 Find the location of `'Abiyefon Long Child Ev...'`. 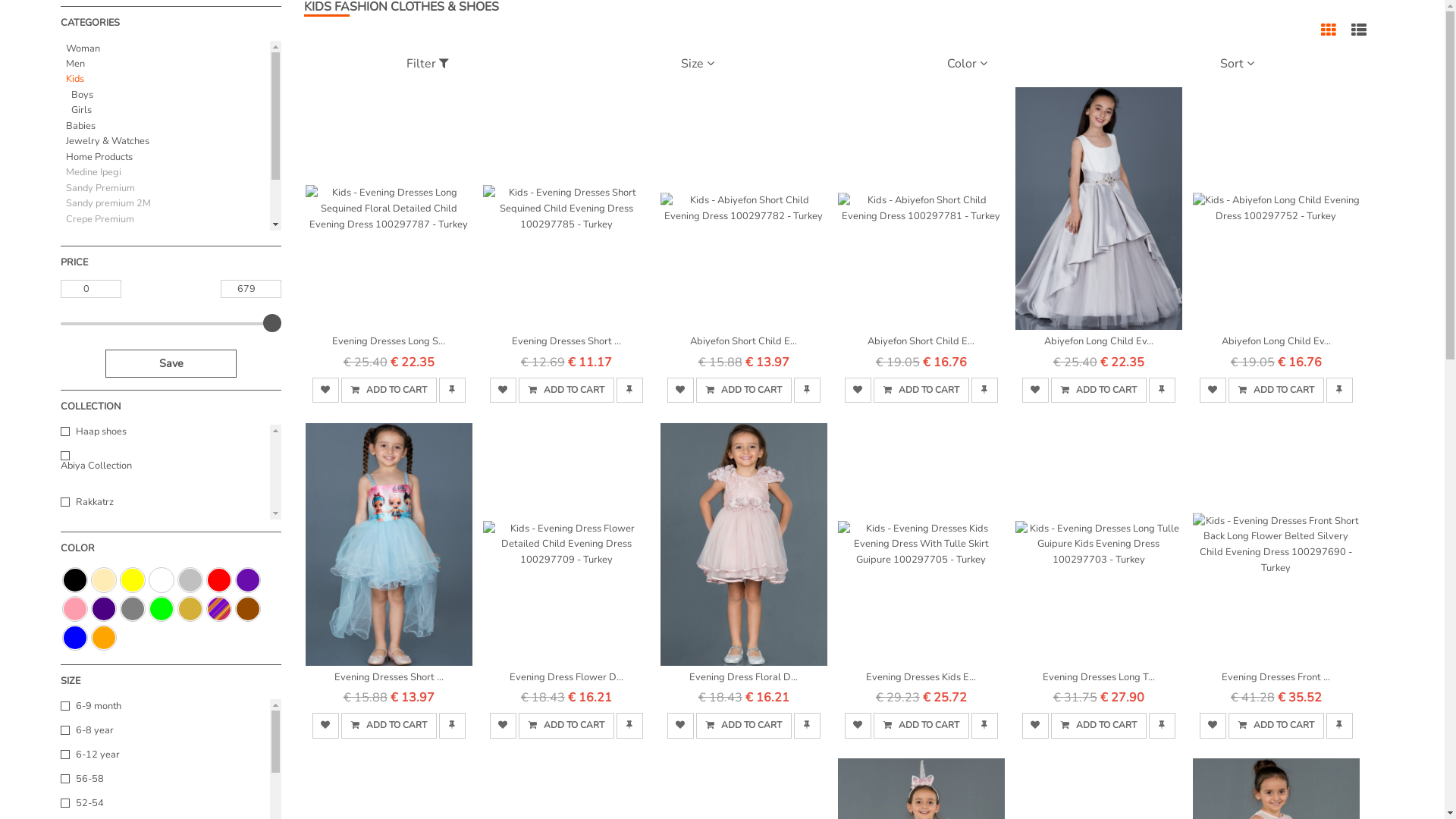

'Abiyefon Long Child Ev...' is located at coordinates (1099, 217).